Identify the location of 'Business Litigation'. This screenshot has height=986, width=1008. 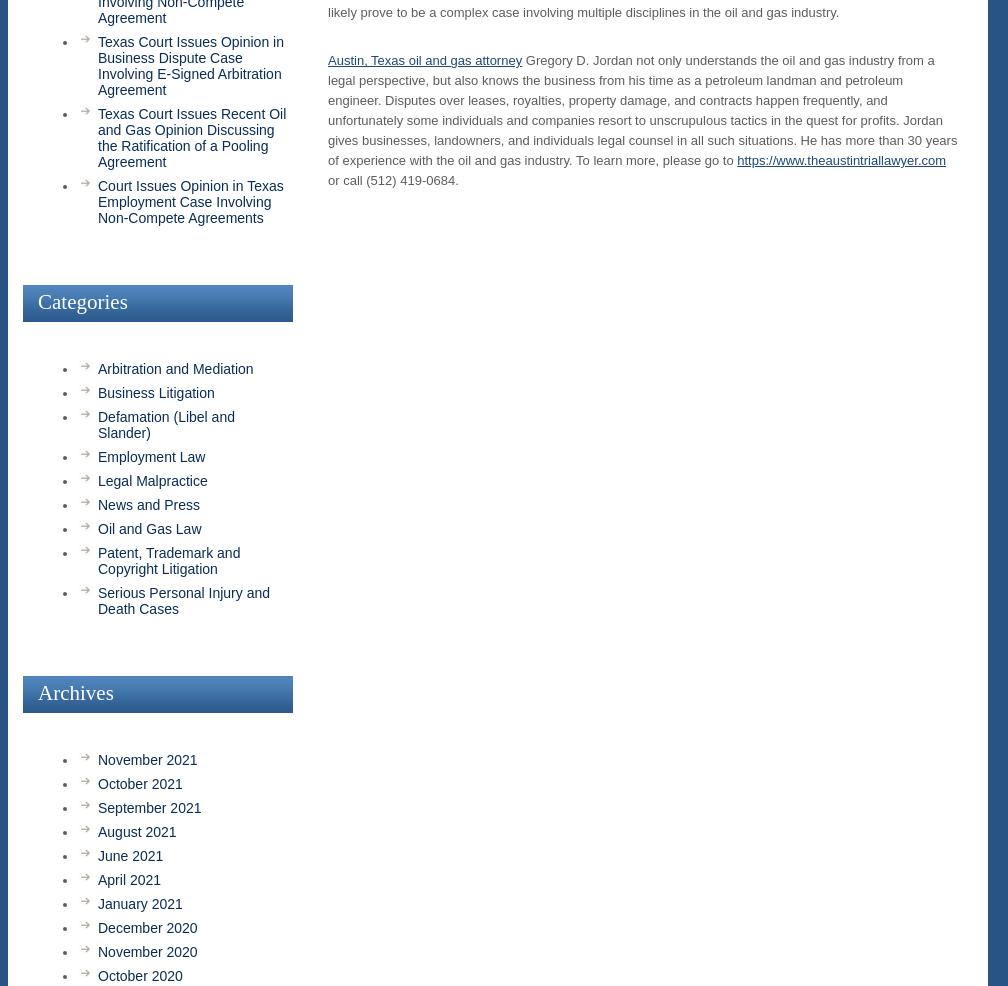
(156, 392).